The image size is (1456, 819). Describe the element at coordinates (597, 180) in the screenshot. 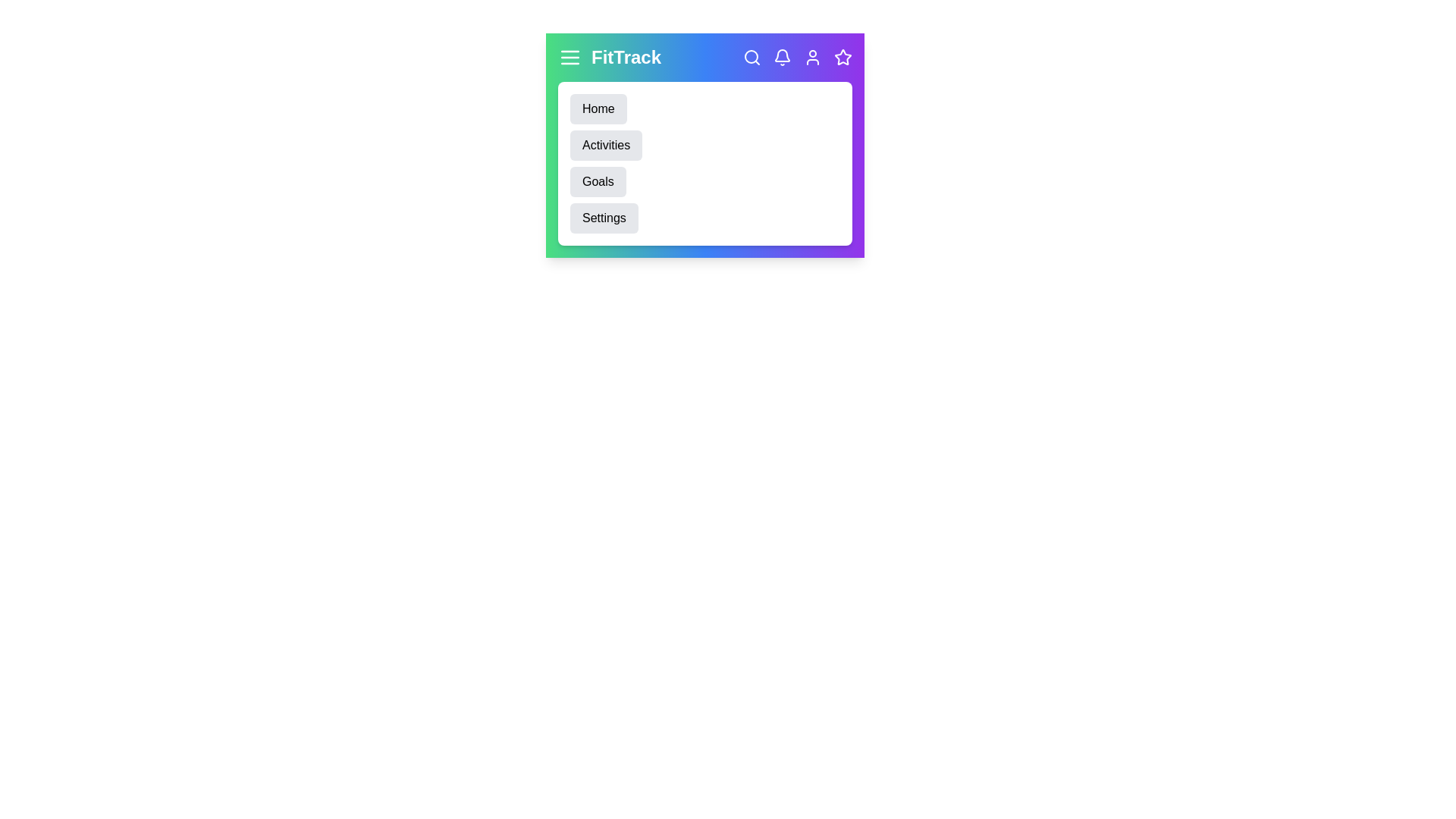

I see `the 'Goals' menu item to navigate to the Goals section` at that location.